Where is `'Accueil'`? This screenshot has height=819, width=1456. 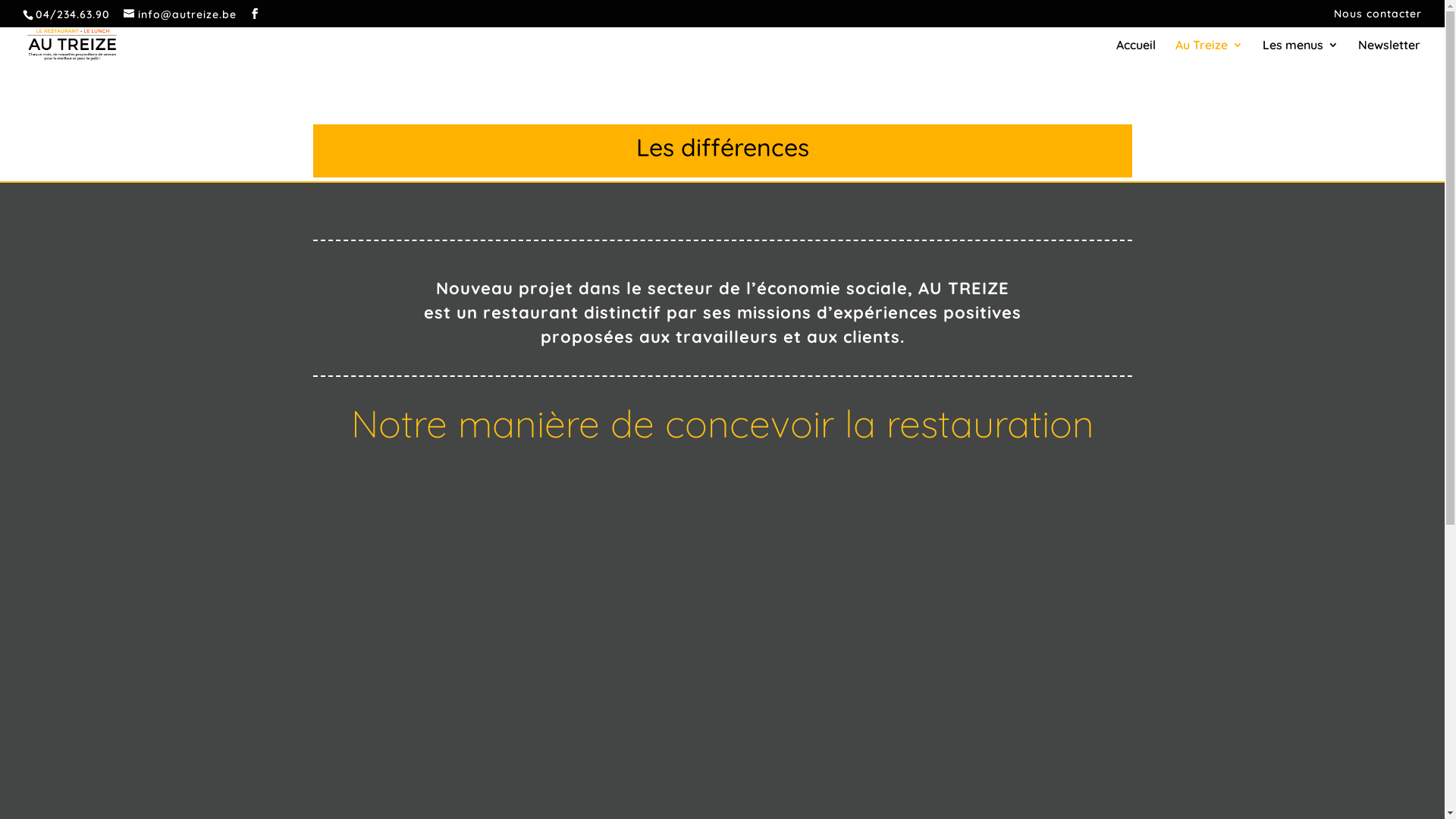
'Accueil' is located at coordinates (1116, 52).